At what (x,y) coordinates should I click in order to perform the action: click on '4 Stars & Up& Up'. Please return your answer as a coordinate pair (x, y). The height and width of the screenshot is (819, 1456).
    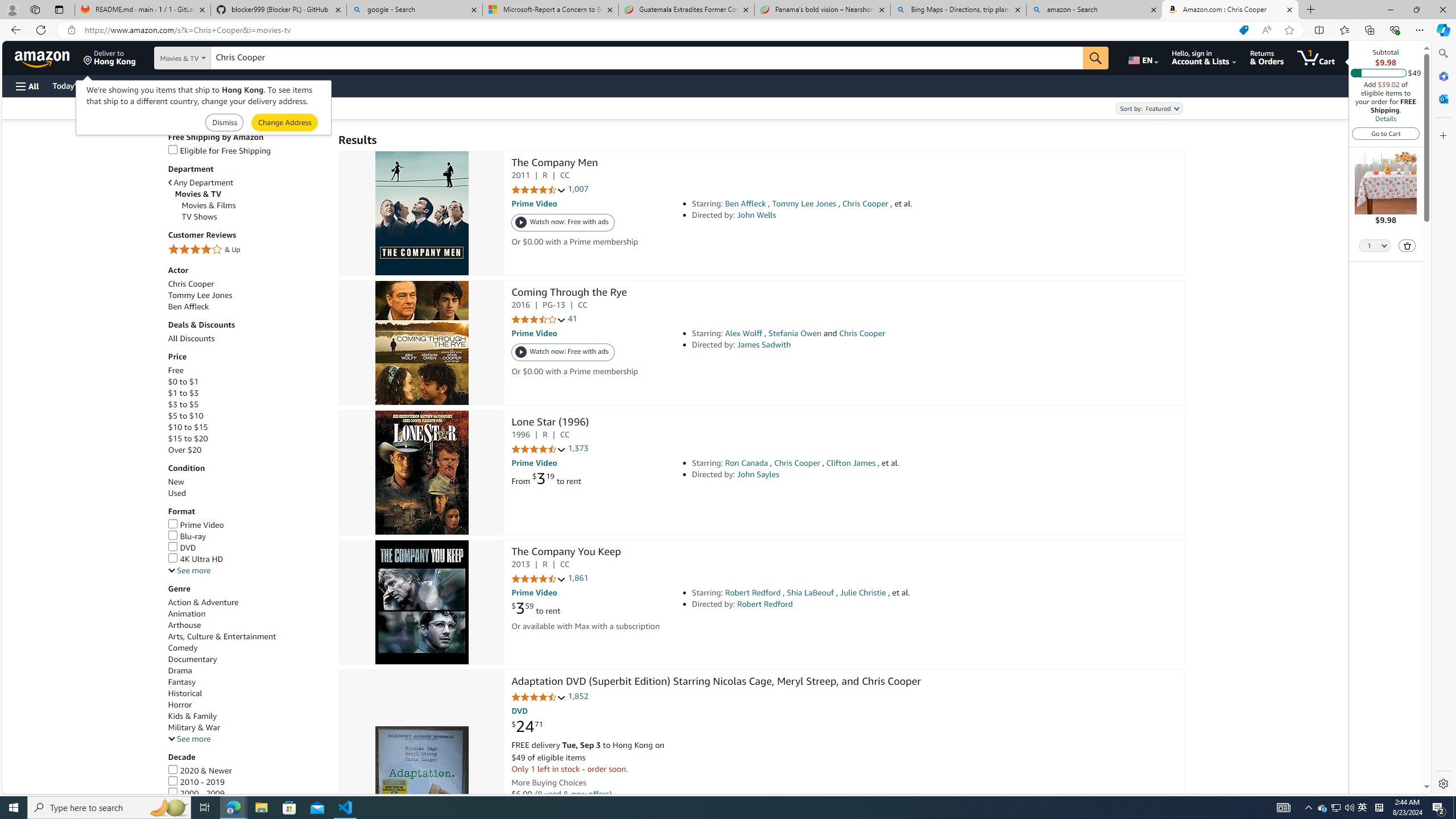
    Looking at the image, I should click on (247, 250).